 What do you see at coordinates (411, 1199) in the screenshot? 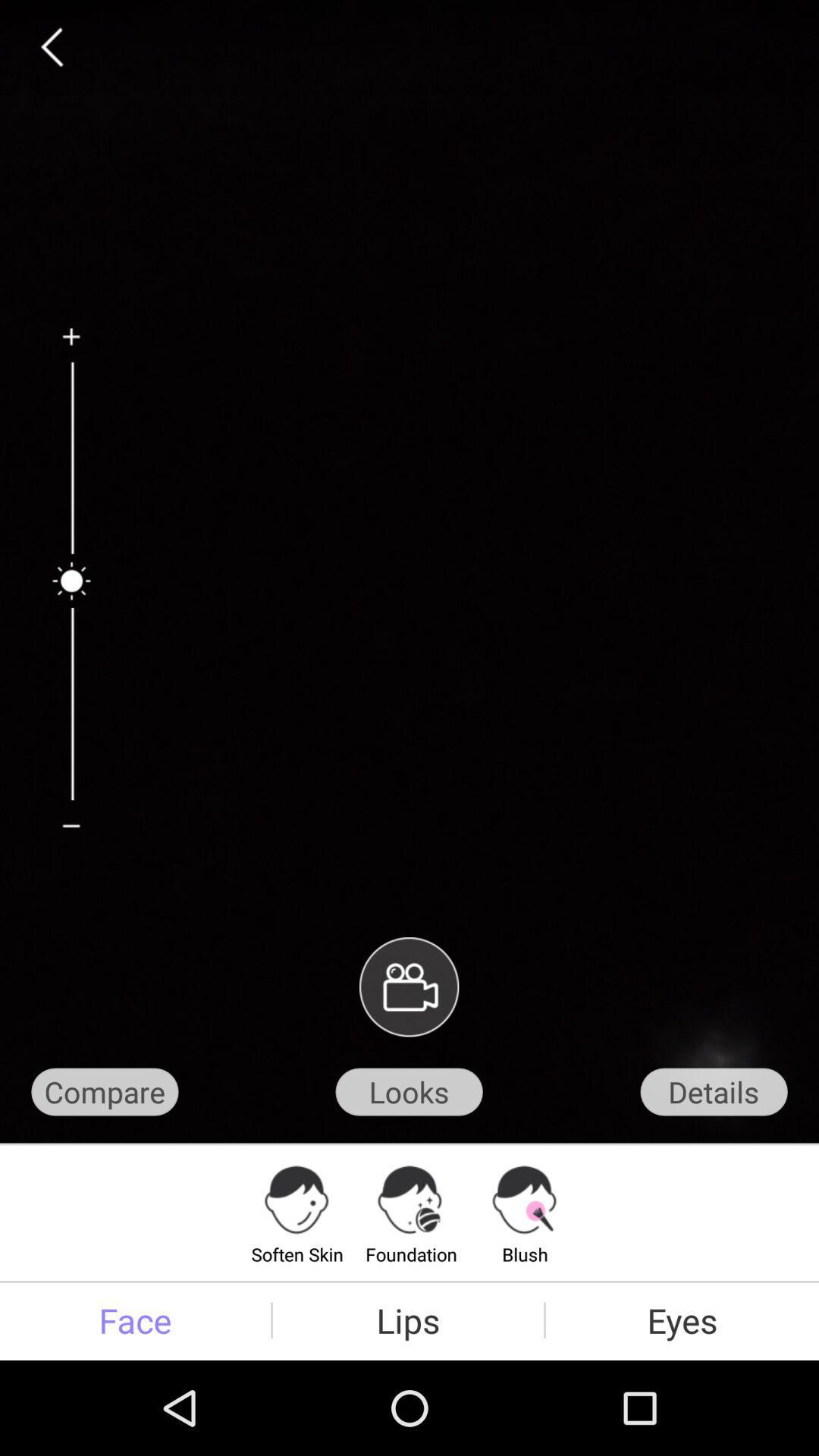
I see `the icon which is above foundation on a page` at bounding box center [411, 1199].